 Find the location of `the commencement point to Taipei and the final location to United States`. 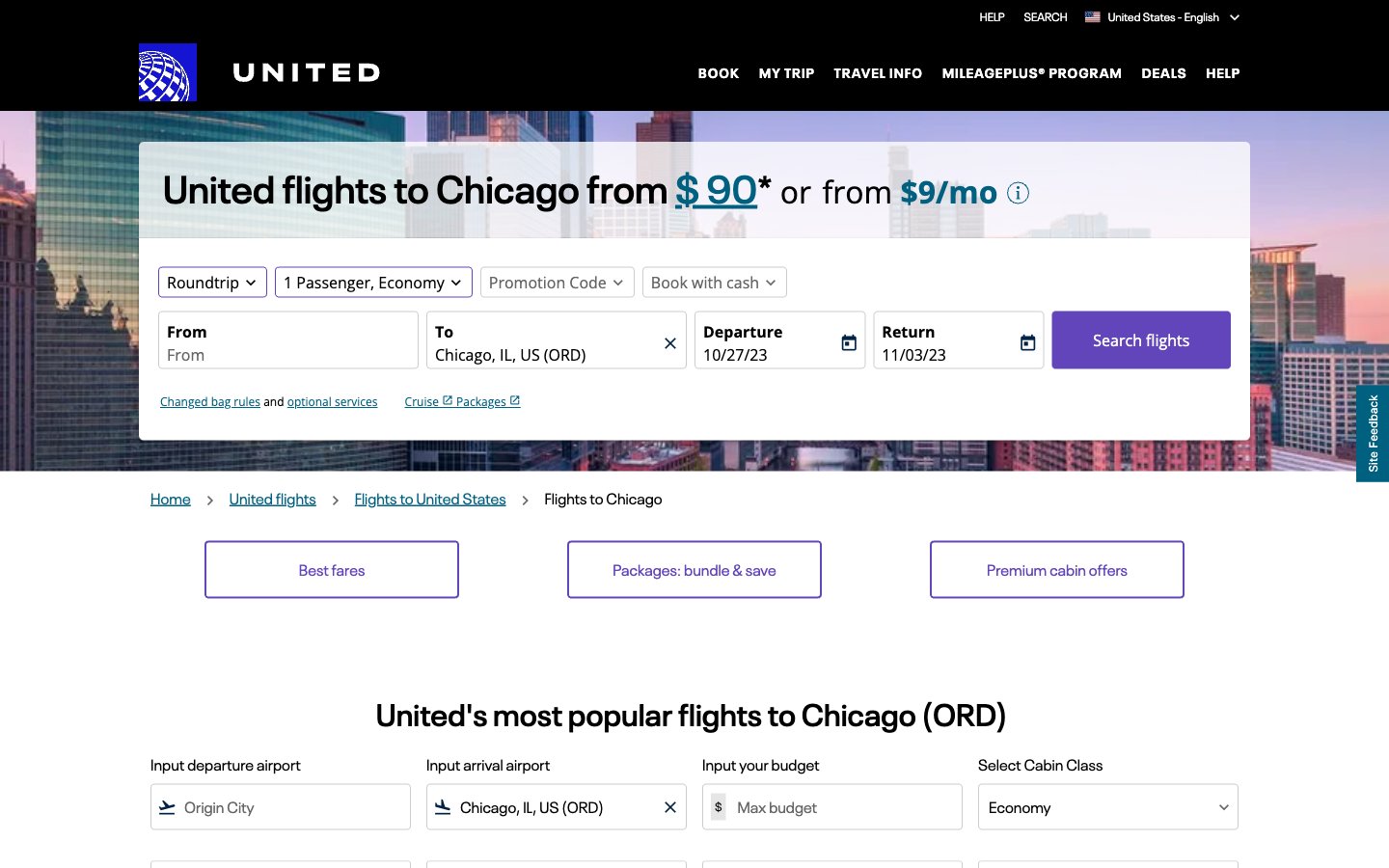

the commencement point to Taipei and the final location to United States is located at coordinates (286, 355).